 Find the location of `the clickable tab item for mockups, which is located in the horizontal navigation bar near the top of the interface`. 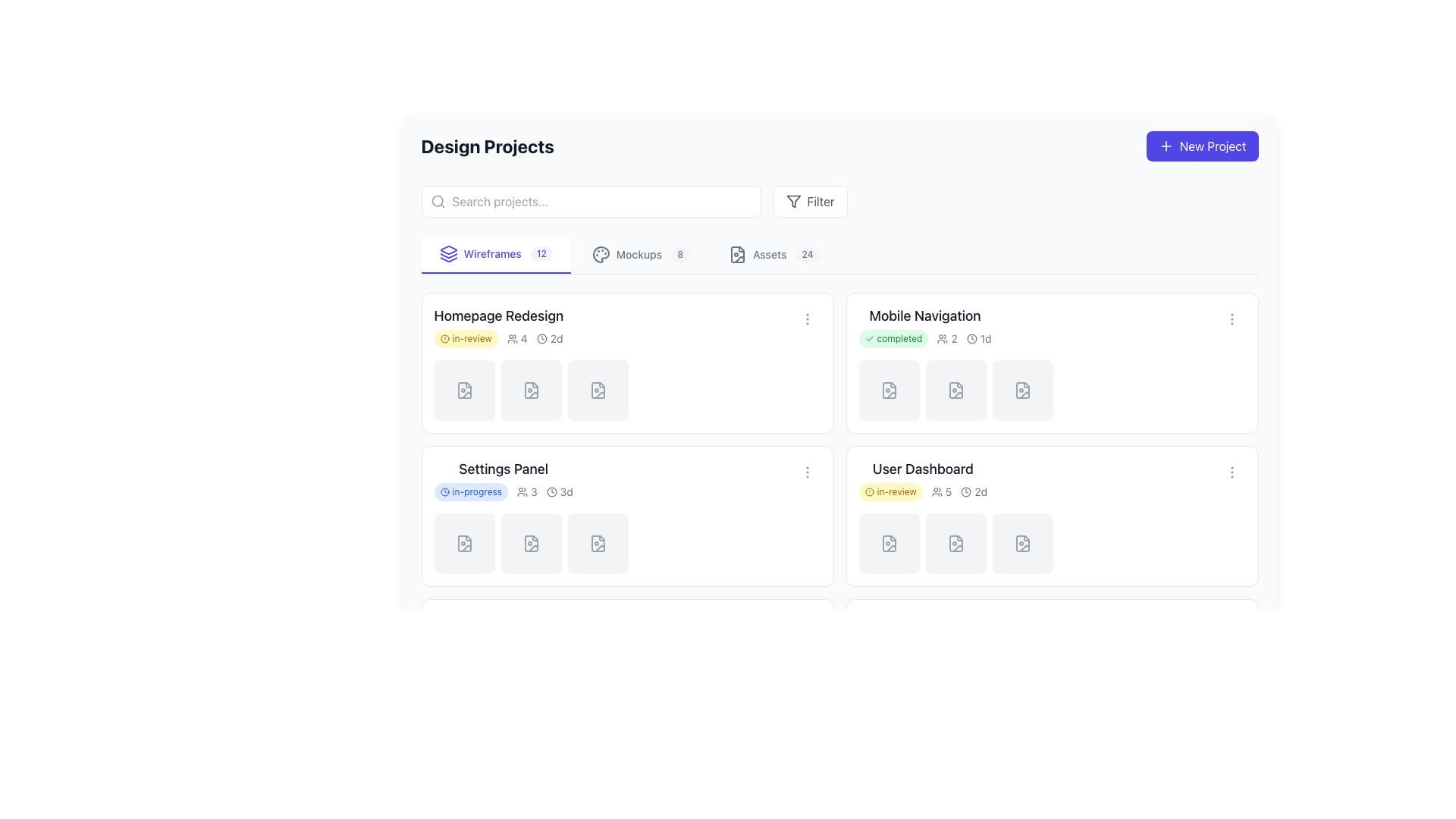

the clickable tab item for mockups, which is located in the horizontal navigation bar near the top of the interface is located at coordinates (640, 253).